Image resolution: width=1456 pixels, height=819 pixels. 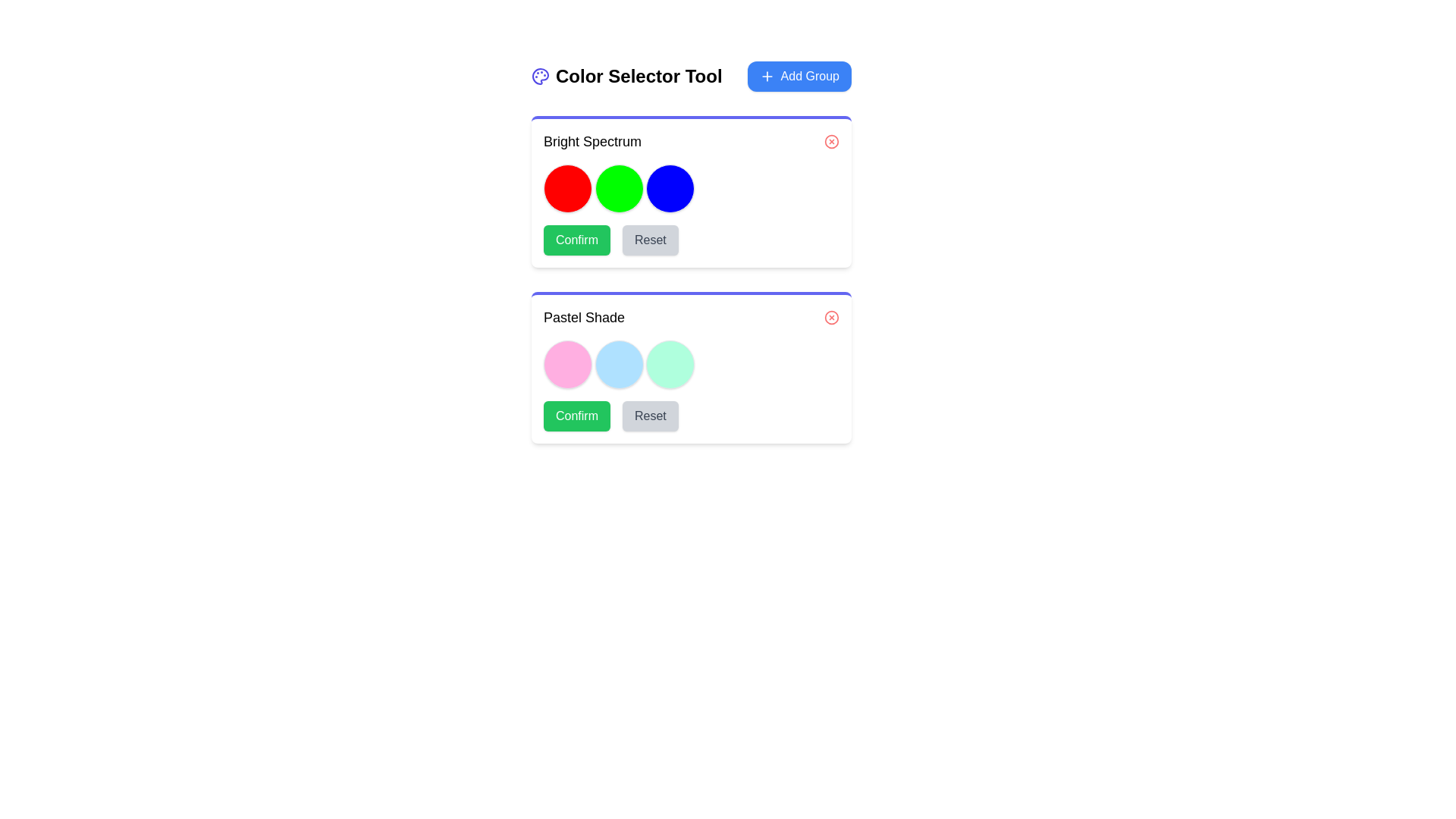 I want to click on the text label displaying 'Pastel Shade', located at the top-left corner of the section containing pastel-colored circles and control buttons, so click(x=583, y=317).